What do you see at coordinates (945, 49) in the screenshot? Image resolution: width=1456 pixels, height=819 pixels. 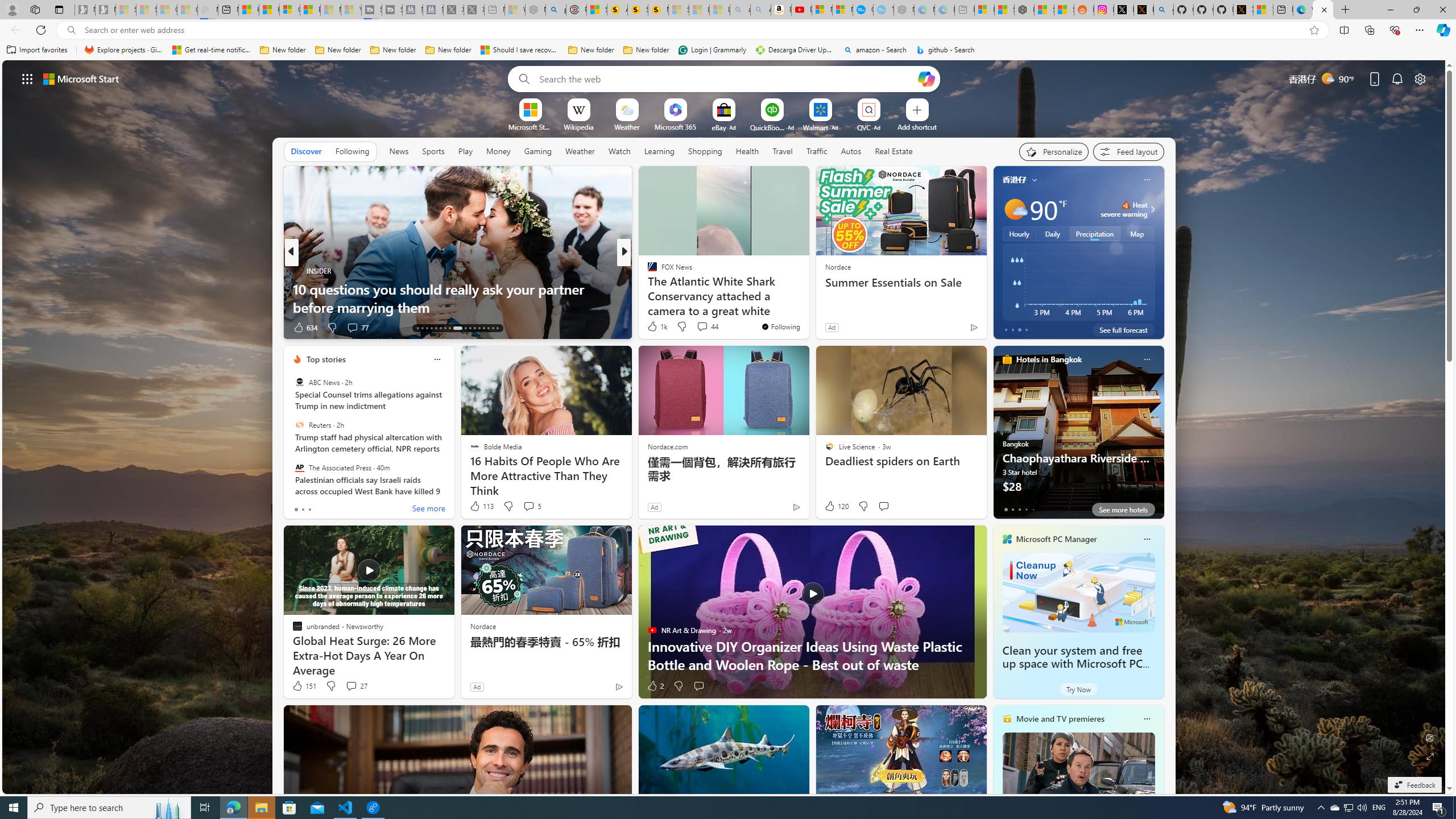 I see `'github - Search'` at bounding box center [945, 49].